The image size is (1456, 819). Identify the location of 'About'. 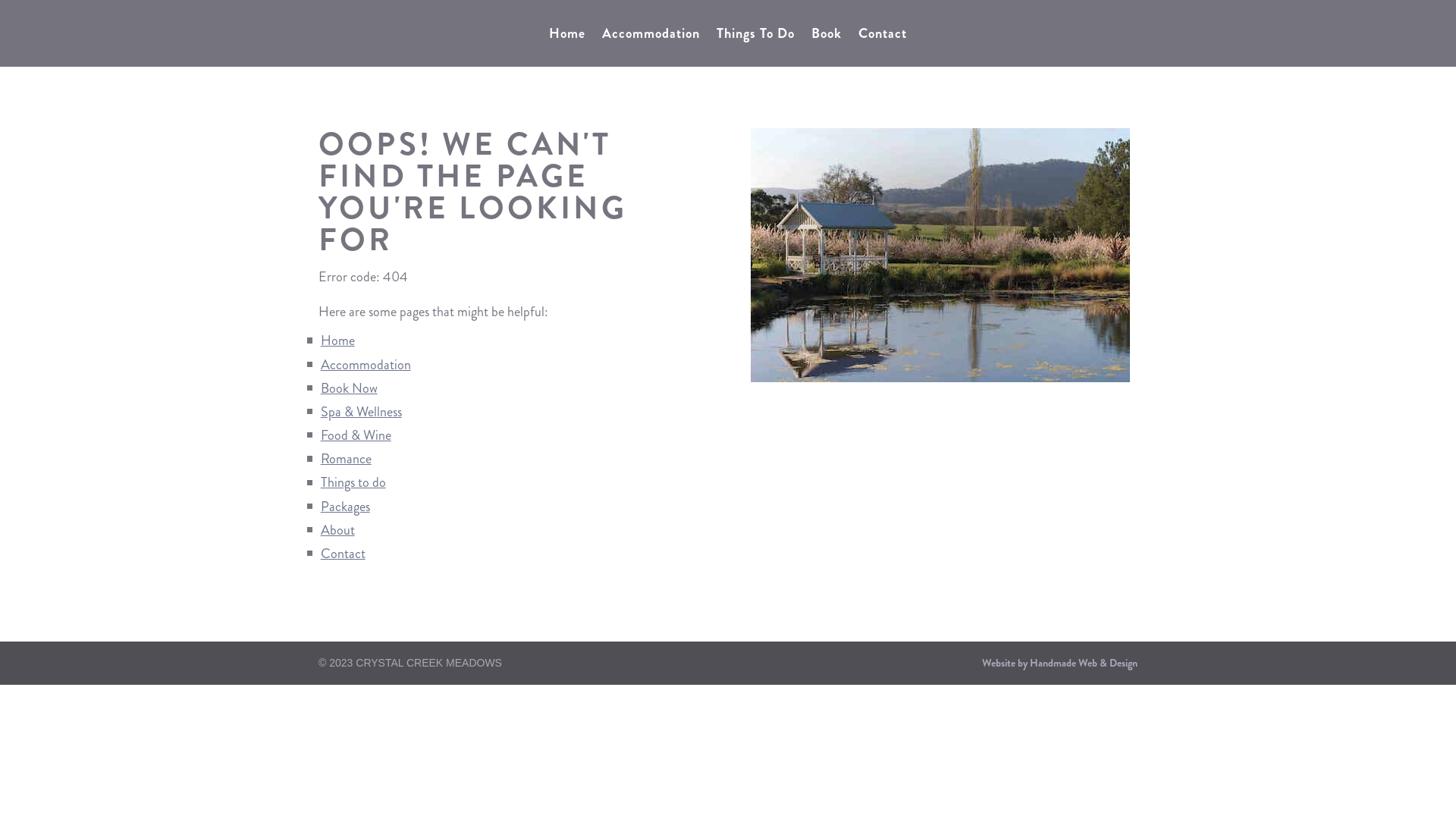
(319, 529).